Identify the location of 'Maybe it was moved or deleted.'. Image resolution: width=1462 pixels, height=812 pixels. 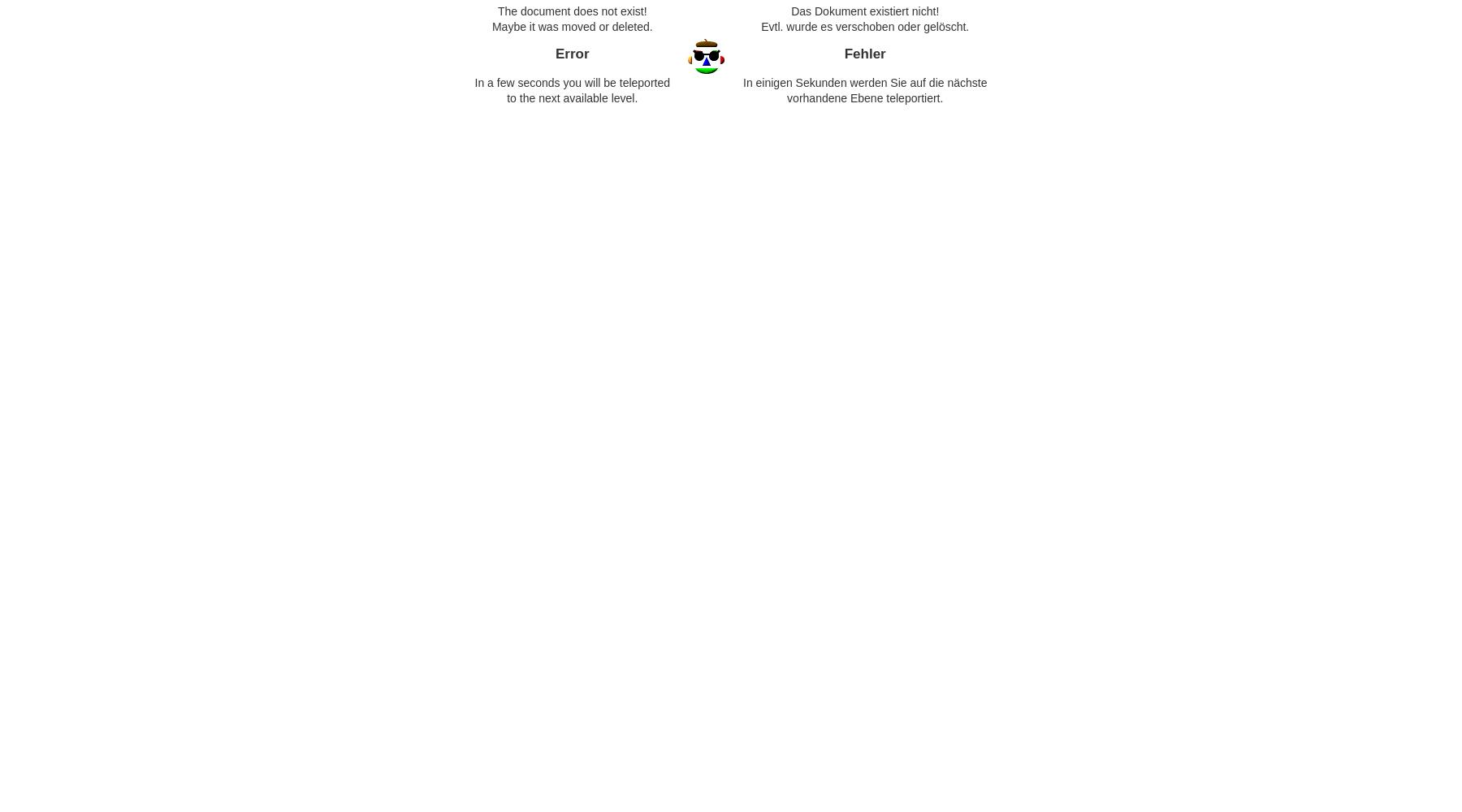
(570, 26).